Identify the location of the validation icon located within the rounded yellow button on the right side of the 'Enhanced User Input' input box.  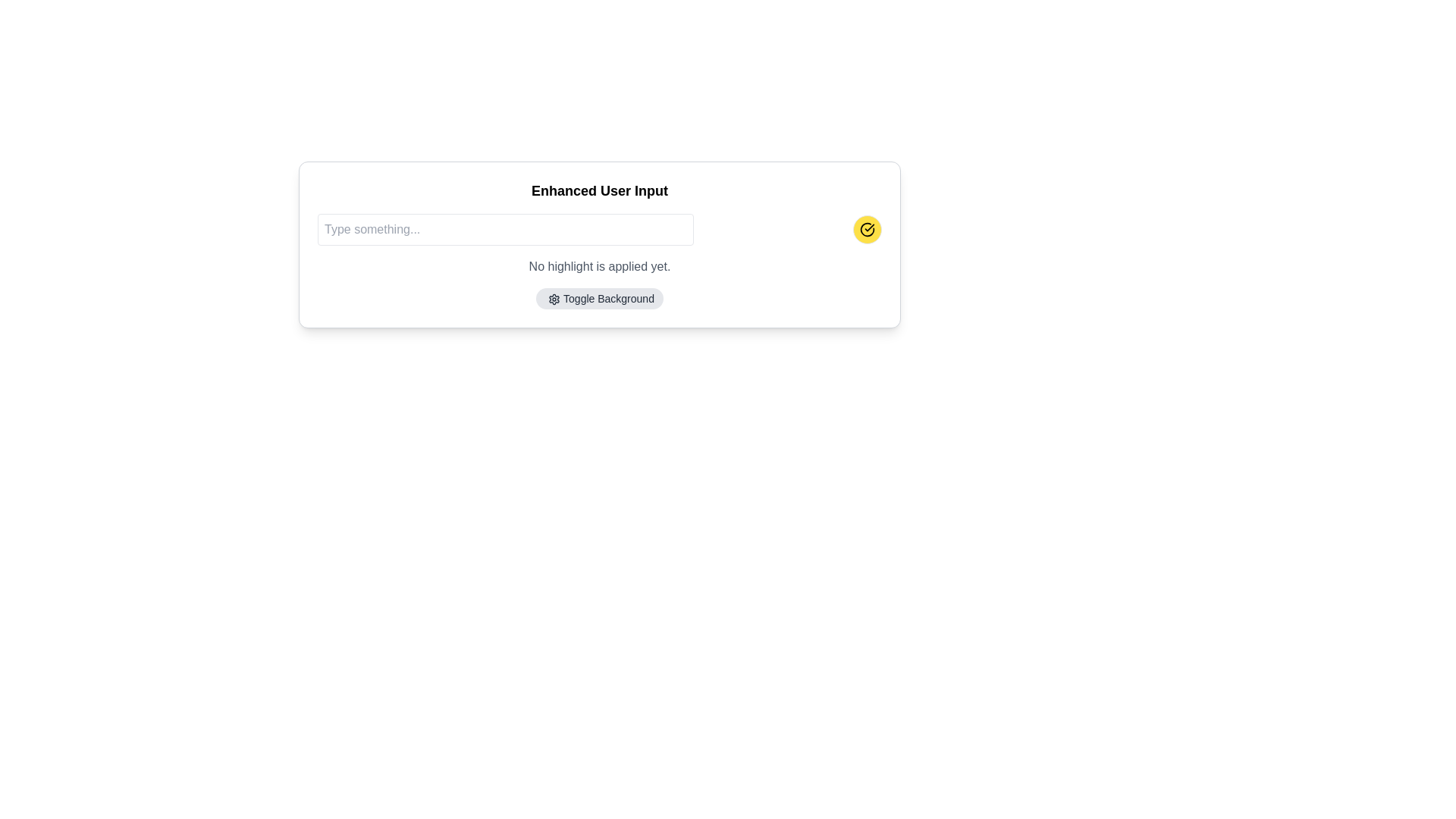
(867, 230).